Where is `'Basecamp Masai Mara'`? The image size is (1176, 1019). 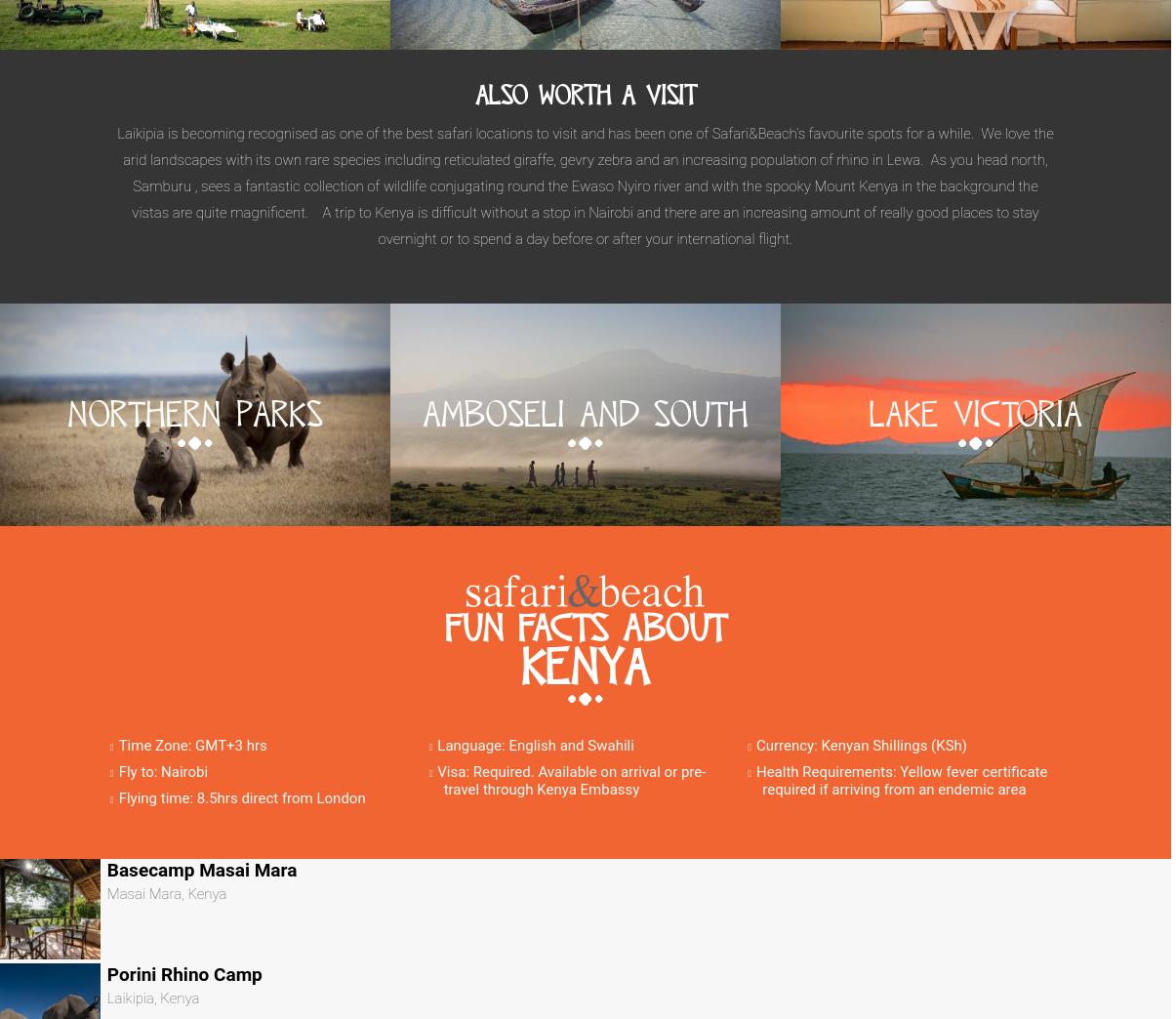
'Basecamp Masai Mara' is located at coordinates (200, 869).